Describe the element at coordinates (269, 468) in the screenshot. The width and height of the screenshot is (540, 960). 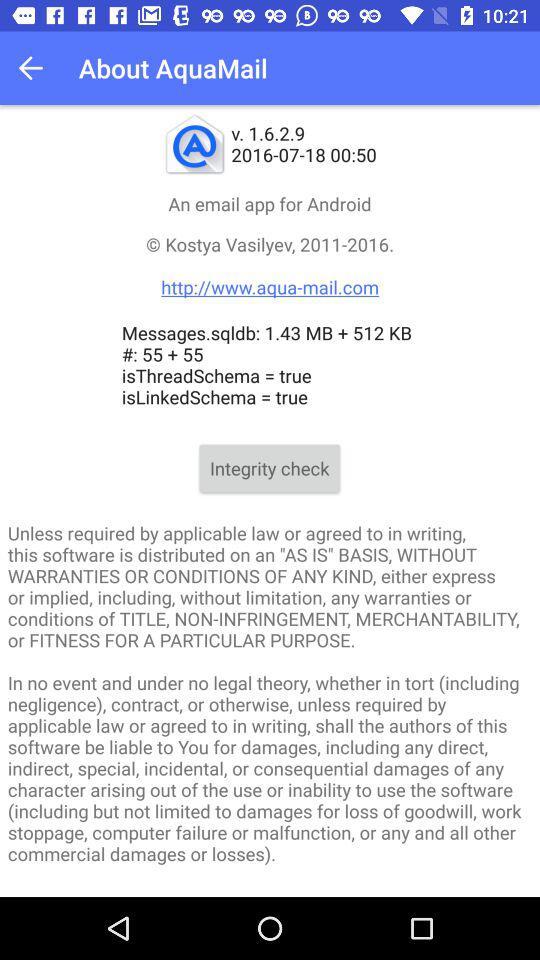
I see `the item above the unless required by item` at that location.